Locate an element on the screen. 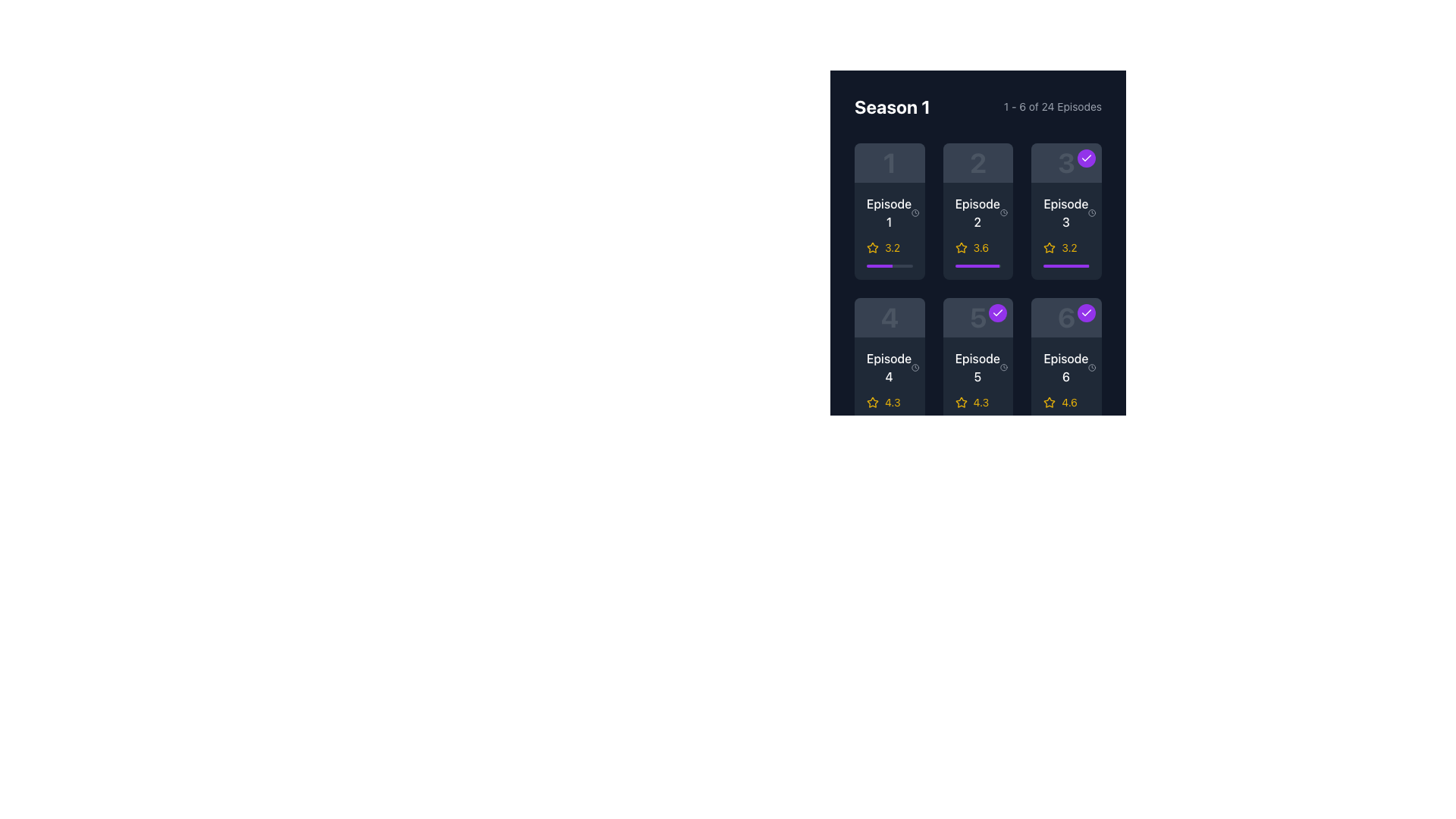 Image resolution: width=1456 pixels, height=819 pixels. the label that serves as a title or identifier for a specific episode, located in the second row, first column of a 3x2 grid layout is located at coordinates (889, 368).